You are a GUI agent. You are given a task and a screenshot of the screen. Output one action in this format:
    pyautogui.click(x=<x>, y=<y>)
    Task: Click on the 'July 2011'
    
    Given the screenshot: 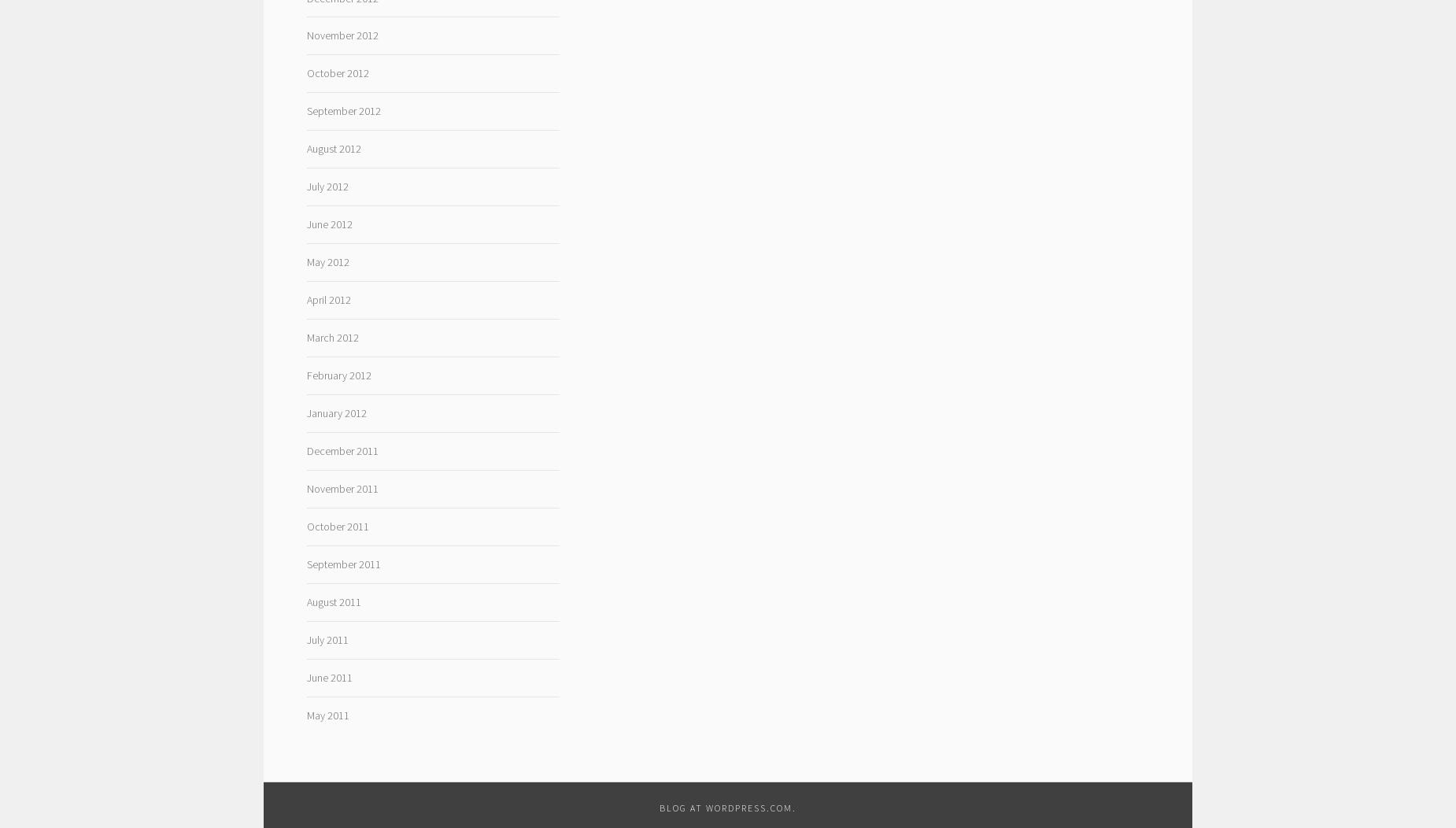 What is the action you would take?
    pyautogui.click(x=305, y=639)
    